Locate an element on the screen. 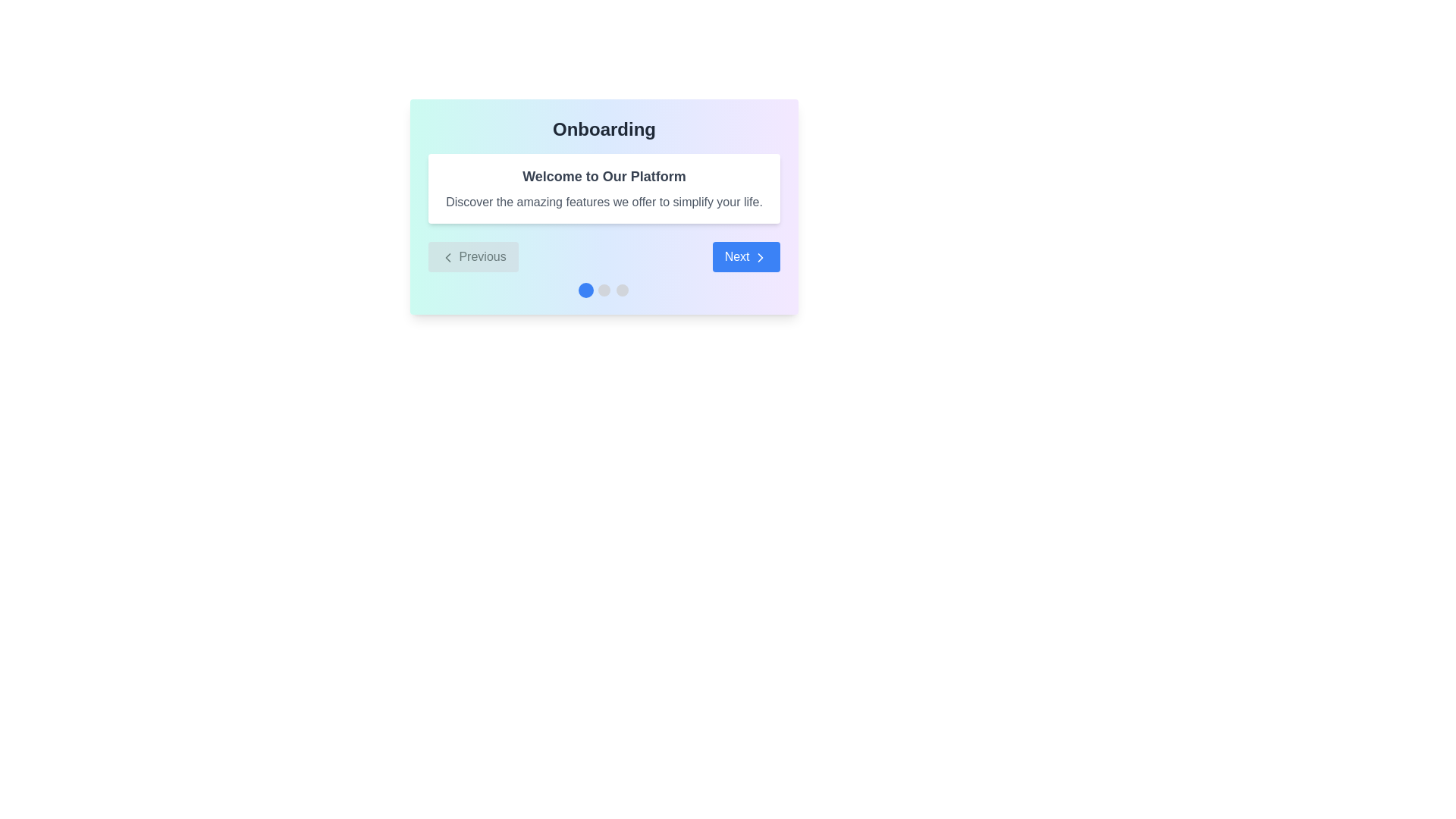  the third circular pagination indicator, which is gray in color, located directly under the 'Welcome to Our Platform' section is located at coordinates (622, 290).